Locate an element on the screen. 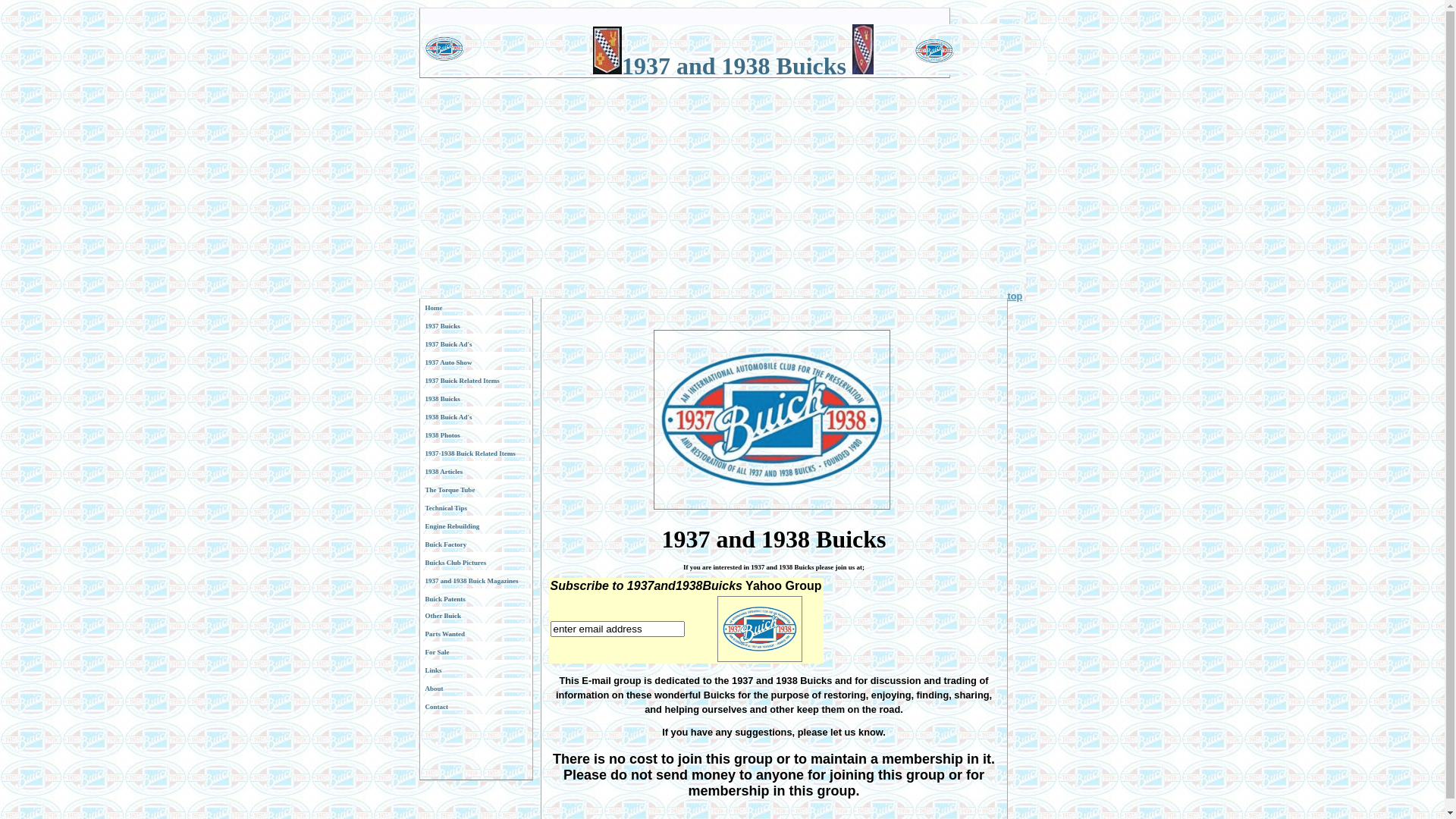  'Parts Wanted' is located at coordinates (475, 634).